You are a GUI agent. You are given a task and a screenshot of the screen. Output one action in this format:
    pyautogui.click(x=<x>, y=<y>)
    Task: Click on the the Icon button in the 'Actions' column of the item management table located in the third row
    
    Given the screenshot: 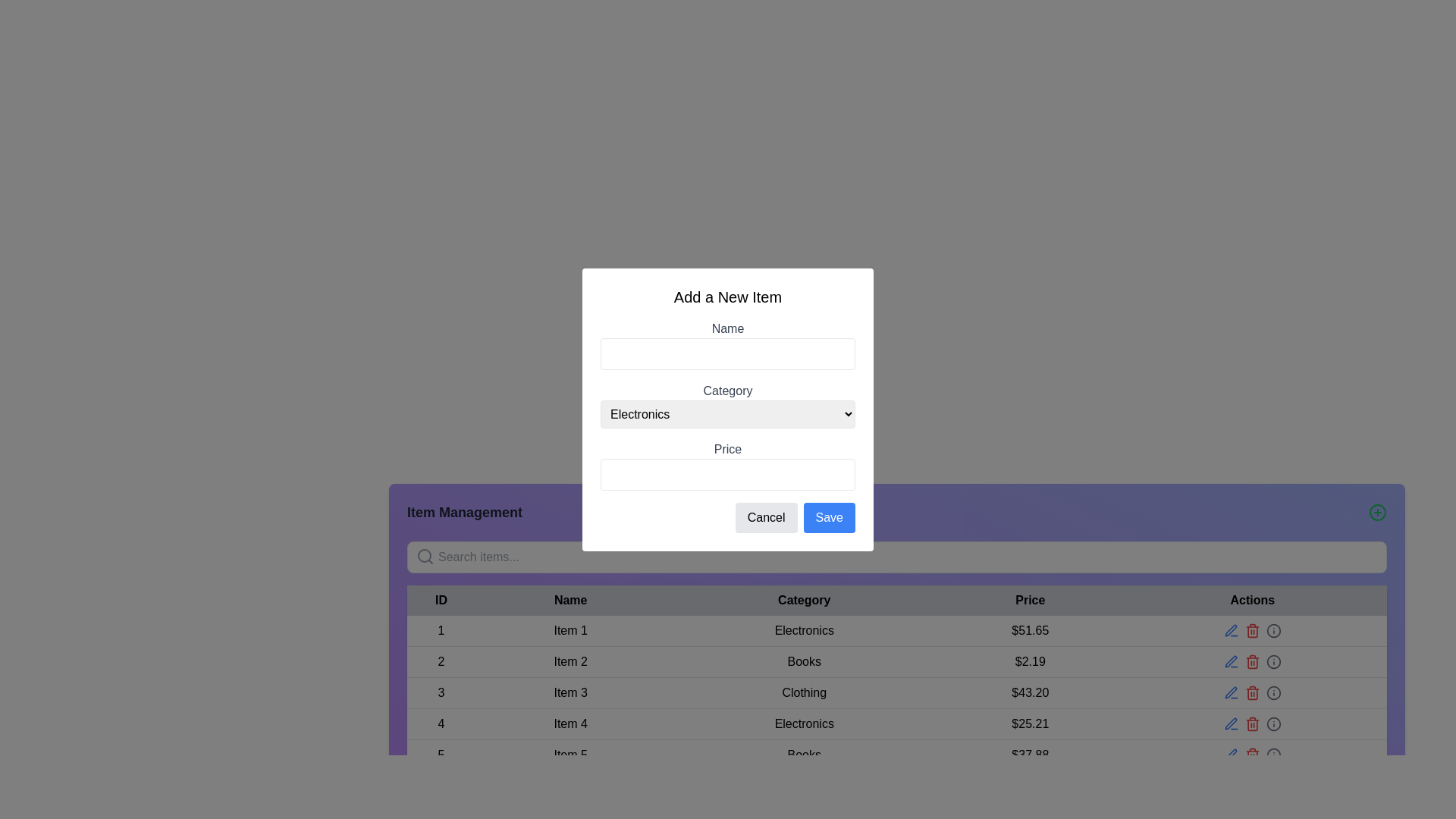 What is the action you would take?
    pyautogui.click(x=1231, y=693)
    